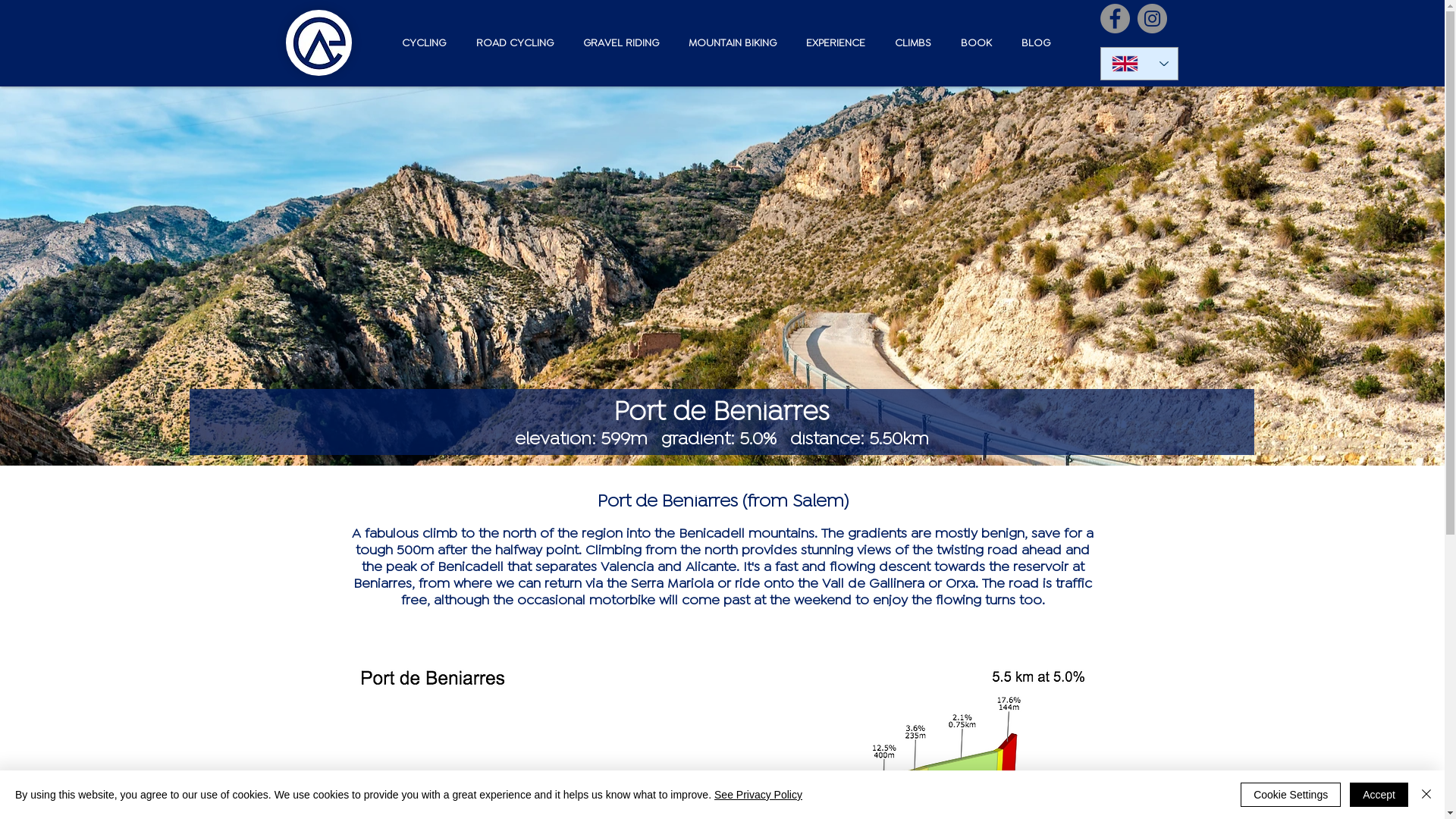  I want to click on 'ROAD CYCLING', so click(510, 42).